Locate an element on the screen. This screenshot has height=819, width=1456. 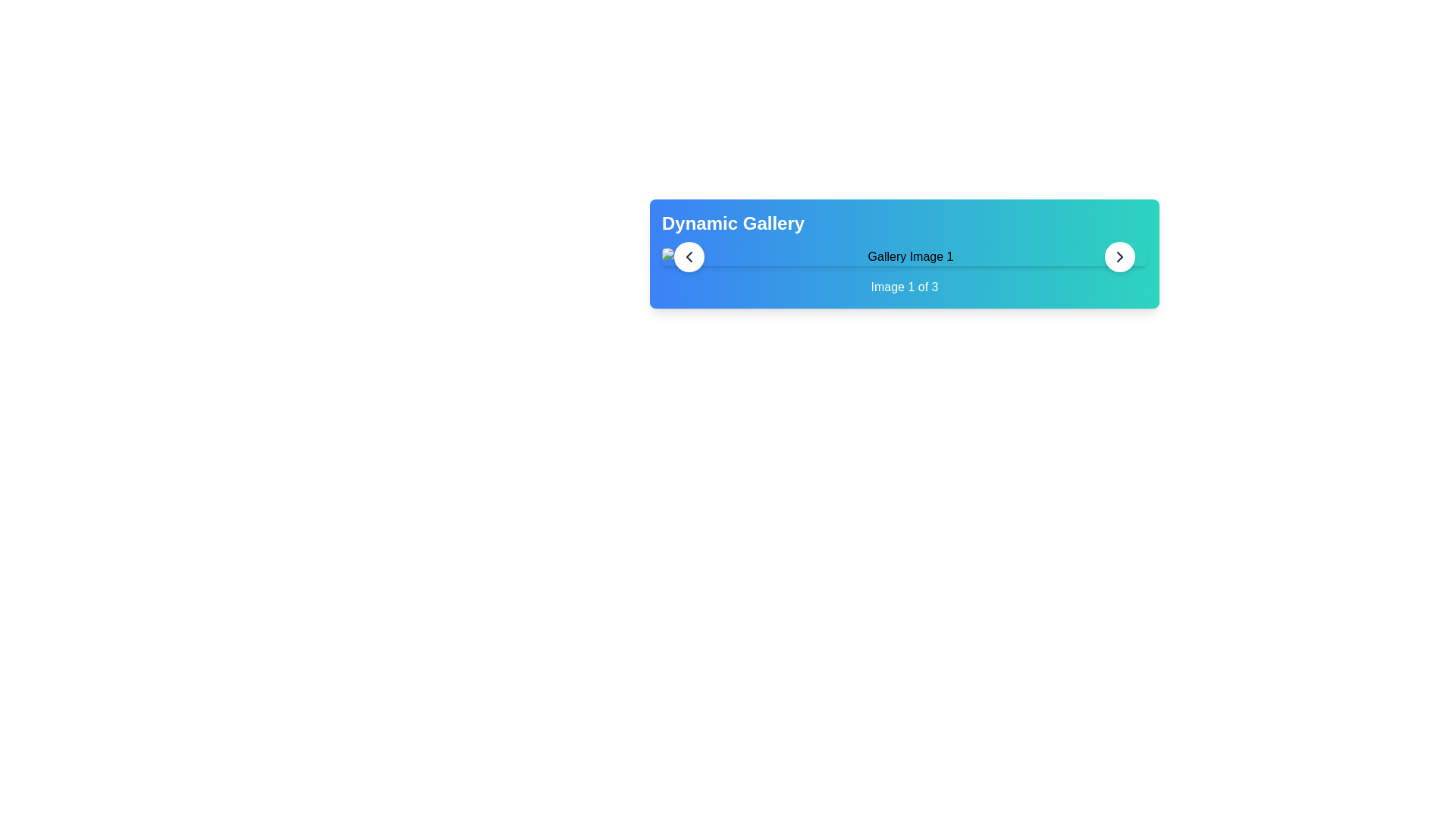
the circular button with a white background and a left-pointing chevron arrow icon is located at coordinates (688, 256).